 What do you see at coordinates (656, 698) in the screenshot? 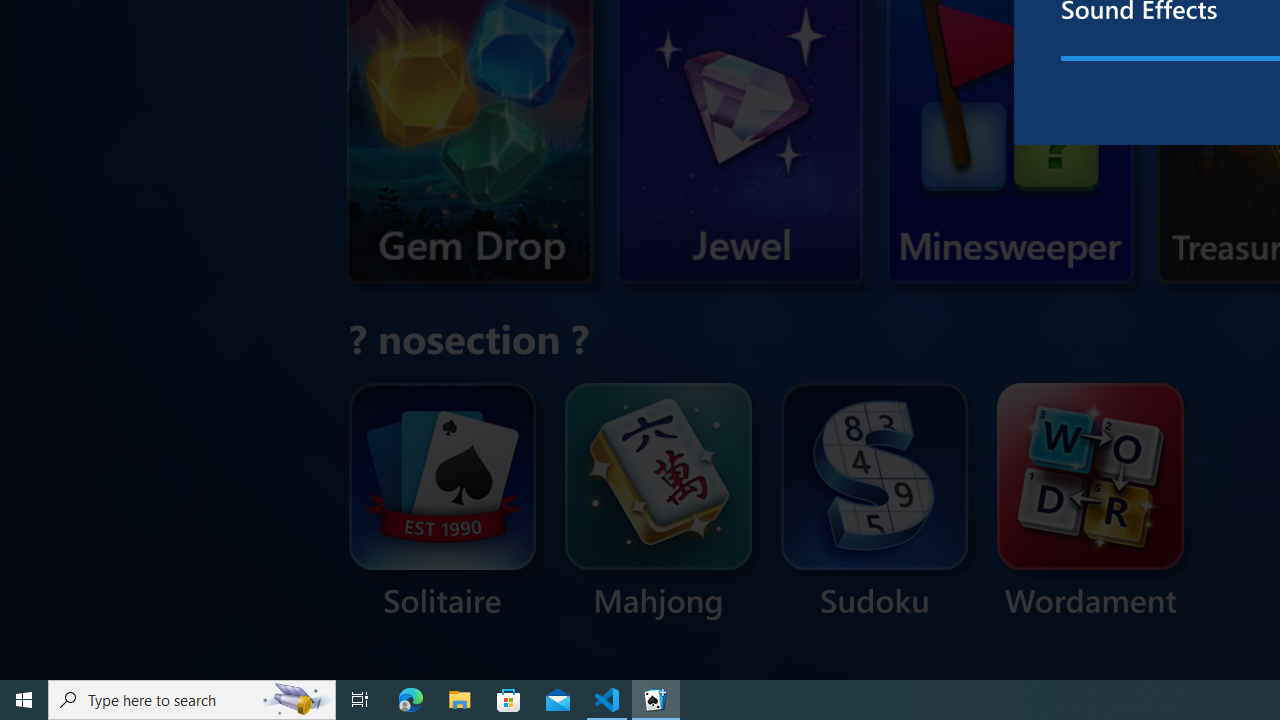
I see `'Solitaire & Casual Games - 1 running window'` at bounding box center [656, 698].